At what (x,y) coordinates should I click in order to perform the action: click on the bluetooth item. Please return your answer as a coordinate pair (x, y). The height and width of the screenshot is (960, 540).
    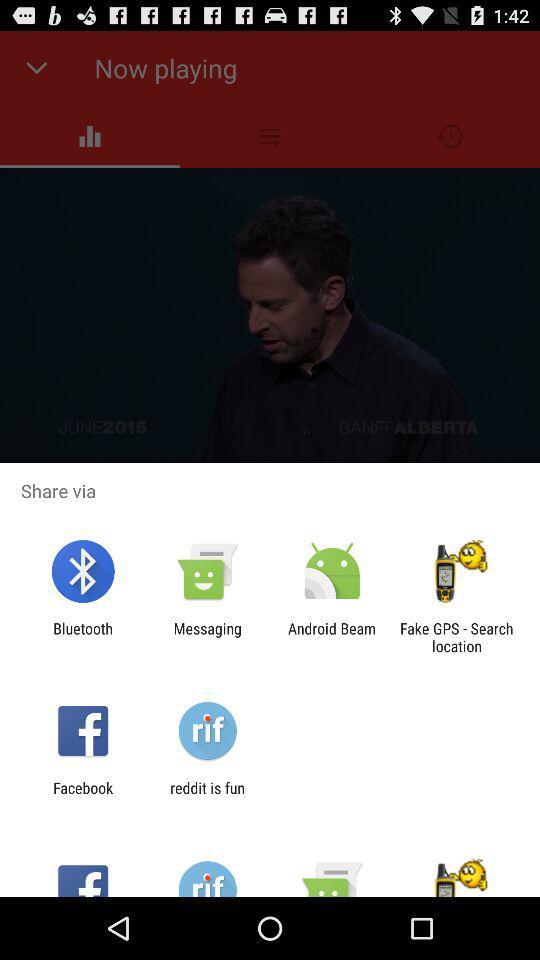
    Looking at the image, I should click on (82, 636).